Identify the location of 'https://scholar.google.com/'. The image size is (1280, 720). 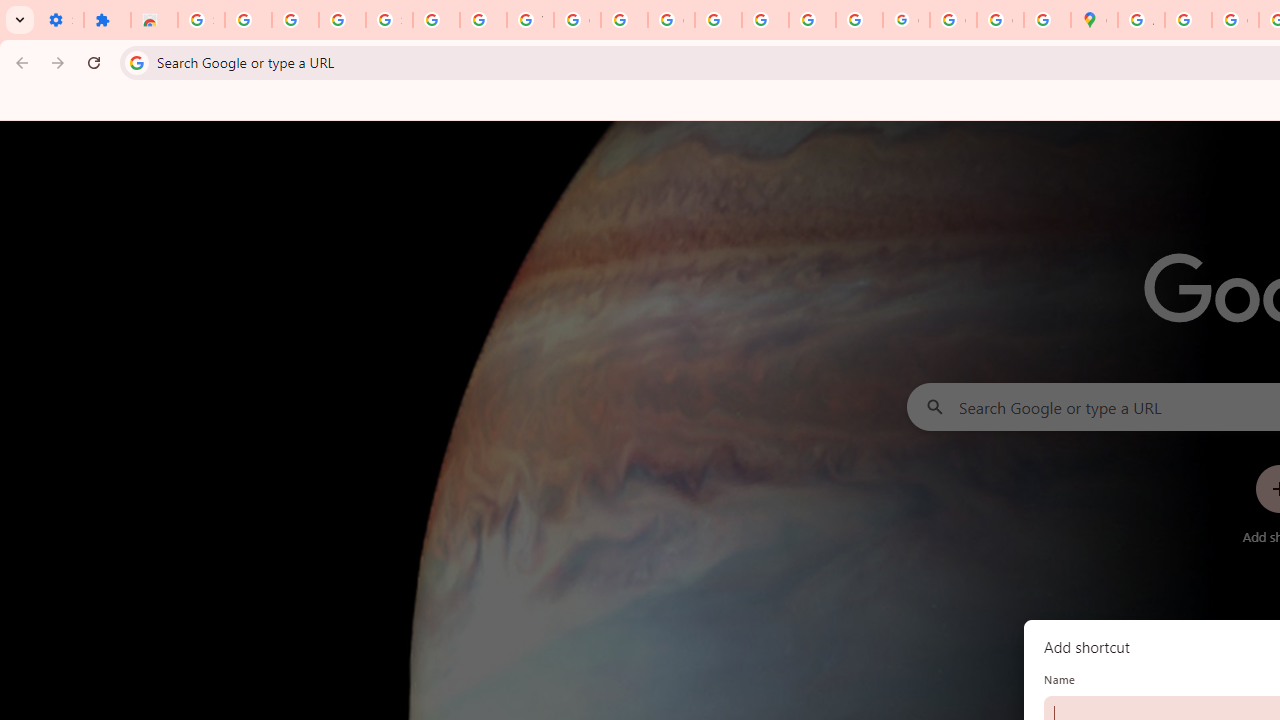
(623, 20).